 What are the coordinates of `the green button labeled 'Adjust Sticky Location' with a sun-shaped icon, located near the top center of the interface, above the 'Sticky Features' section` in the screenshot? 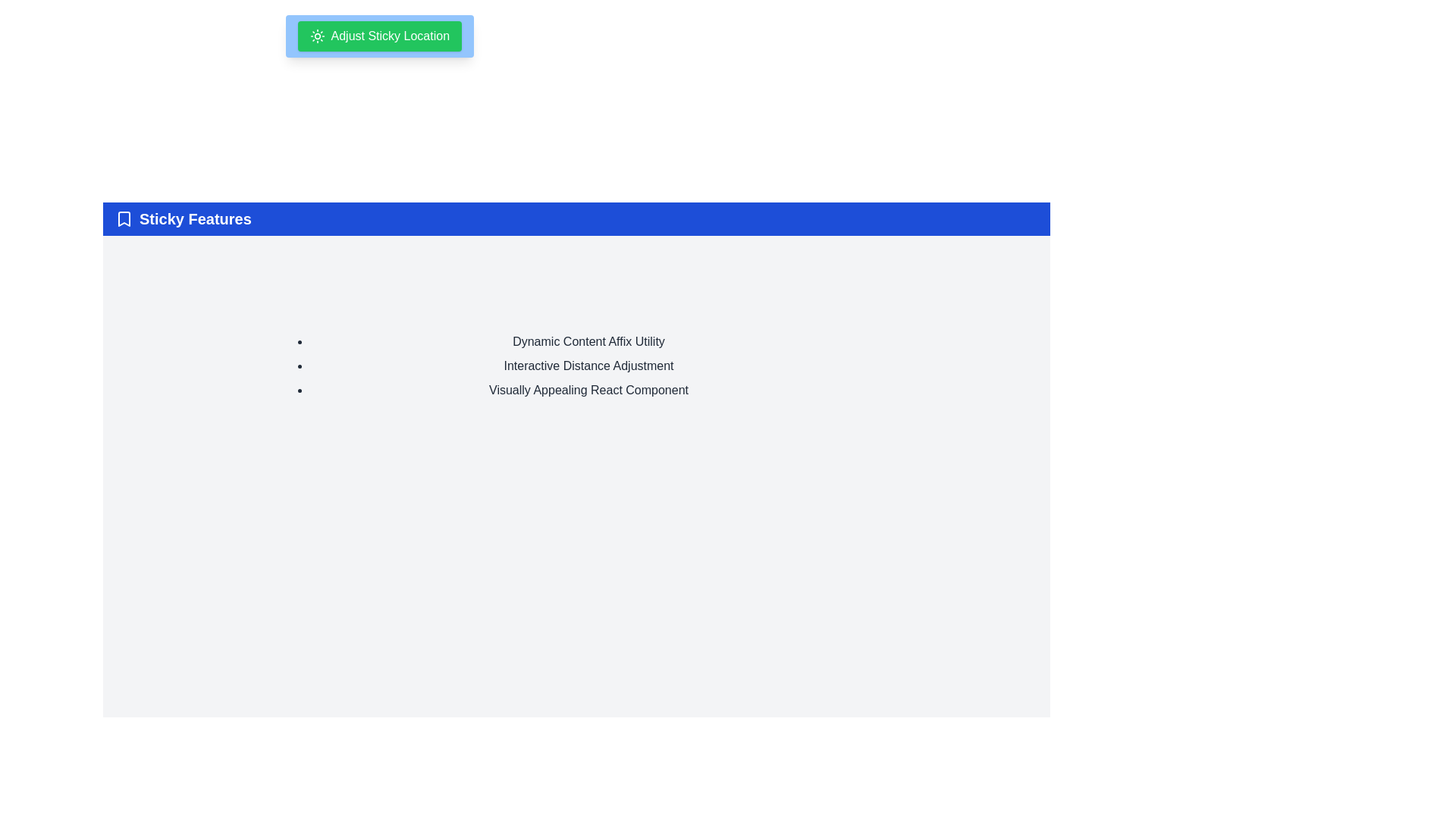 It's located at (379, 35).